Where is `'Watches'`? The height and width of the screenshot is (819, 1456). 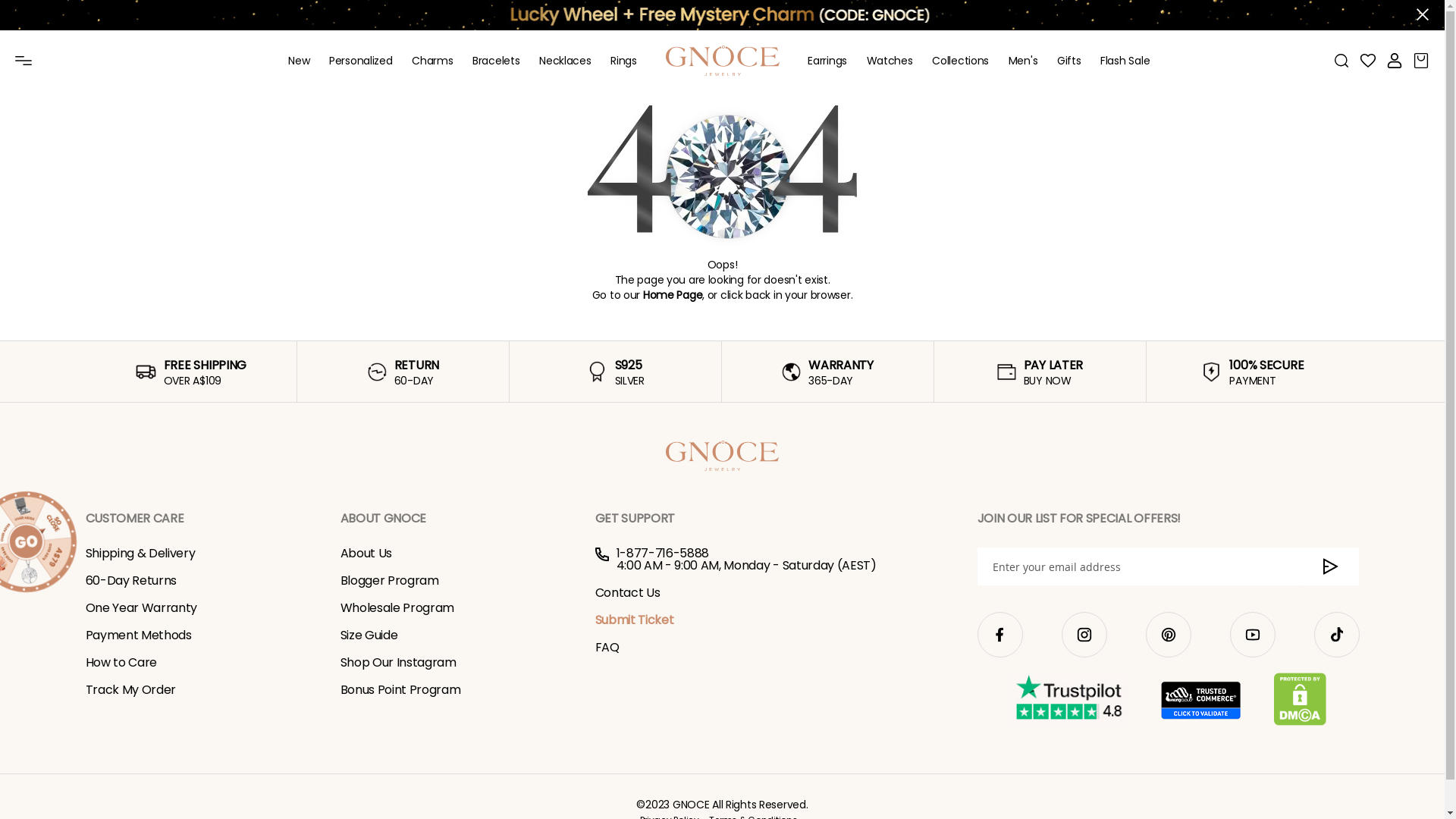 'Watches' is located at coordinates (890, 60).